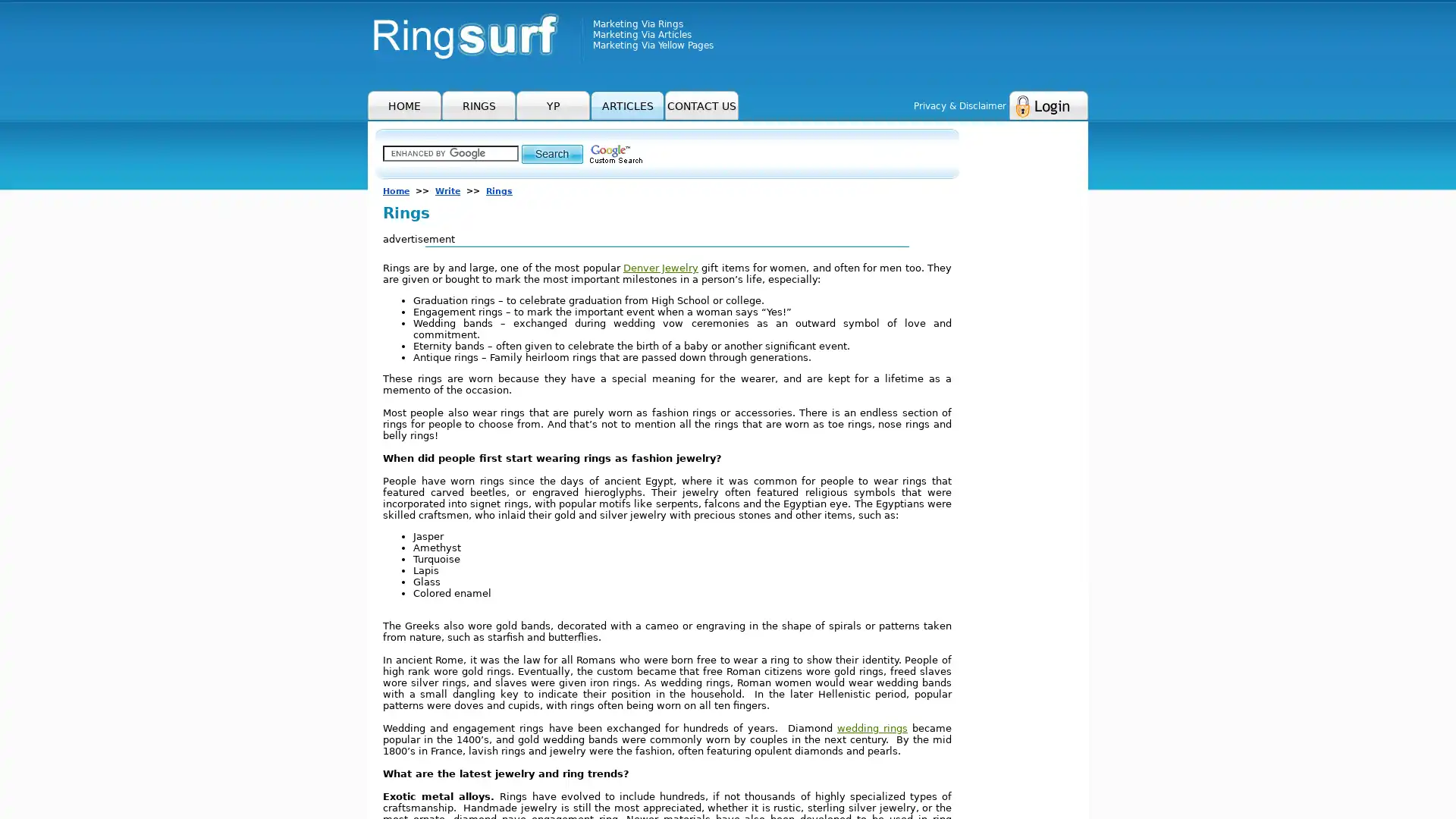 This screenshot has width=1456, height=819. What do you see at coordinates (551, 153) in the screenshot?
I see `Submit` at bounding box center [551, 153].